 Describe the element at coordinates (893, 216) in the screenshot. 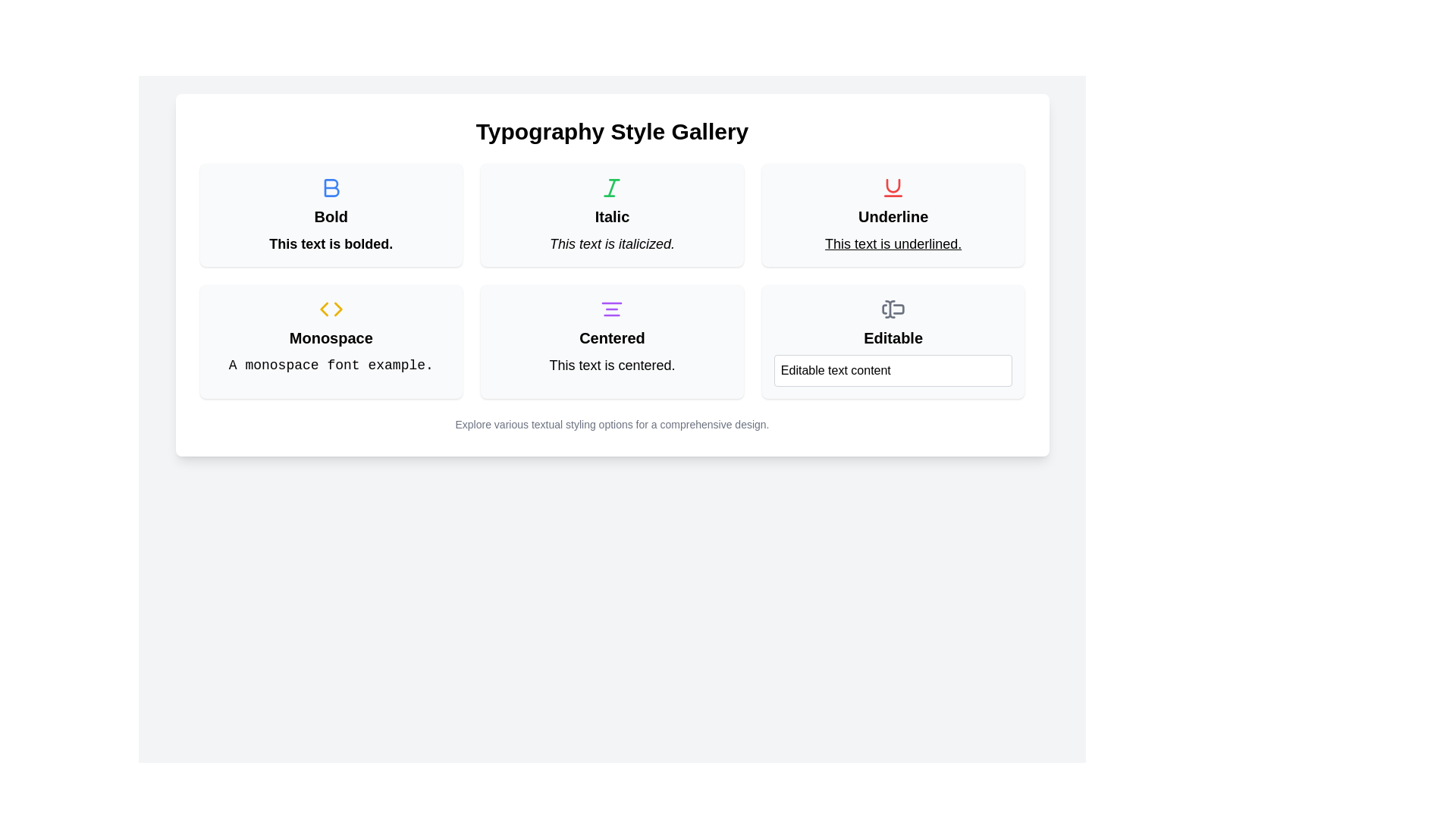

I see `the label or heading that describes the typographical style 'Underline', located beneath a red 'U' icon and above the sentence 'This text is underlined'` at that location.